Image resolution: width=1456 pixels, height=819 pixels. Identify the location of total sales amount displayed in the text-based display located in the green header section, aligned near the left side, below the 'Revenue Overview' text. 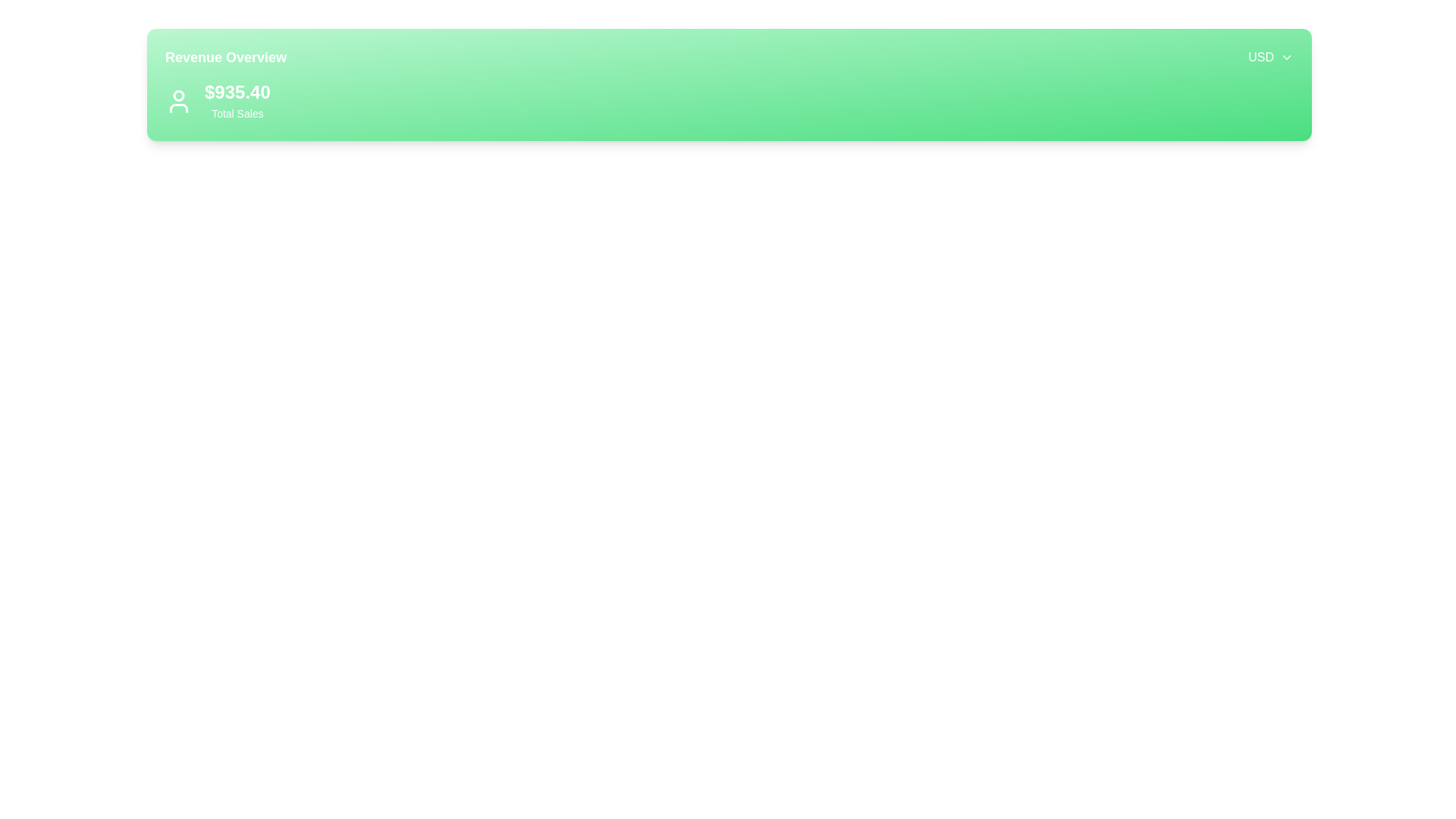
(237, 102).